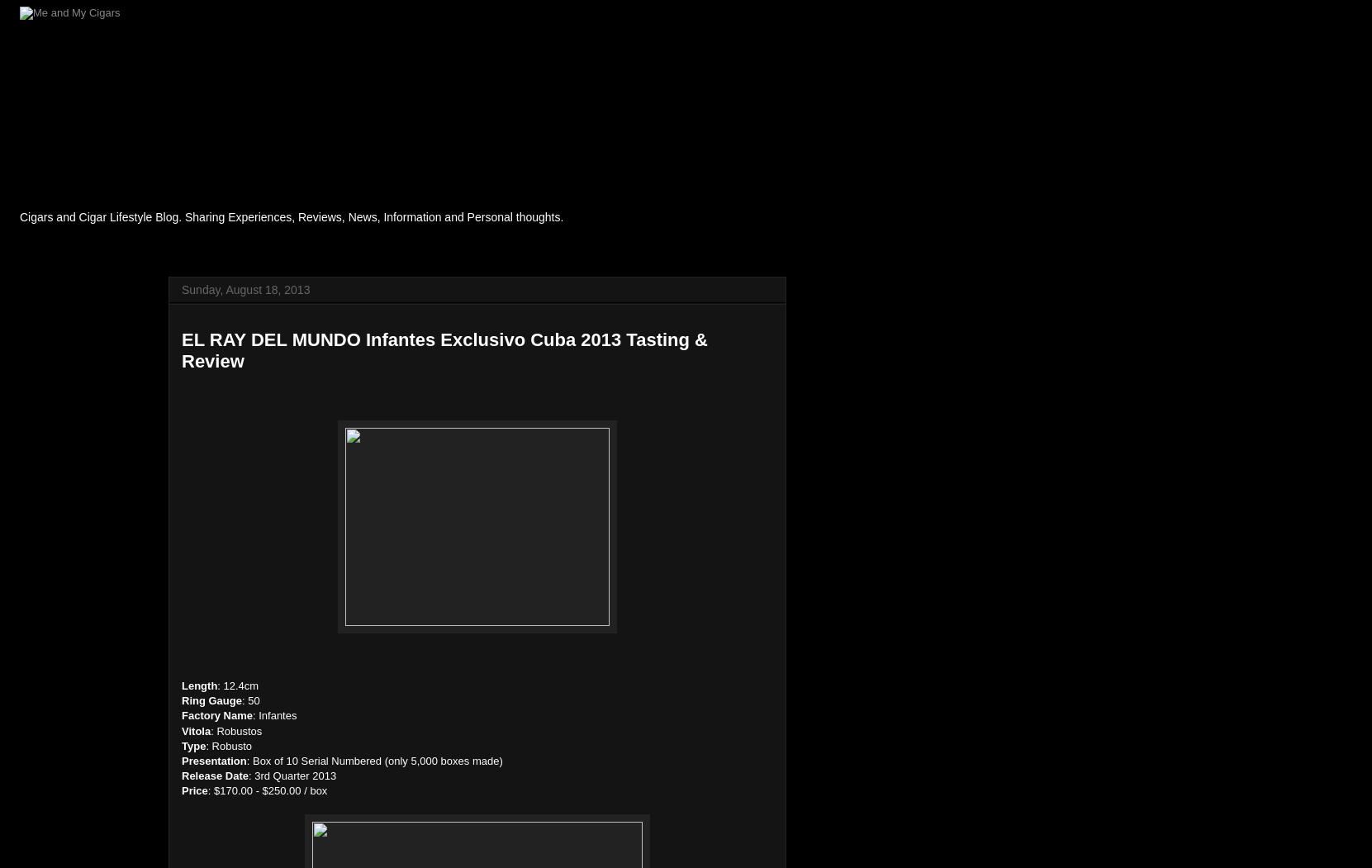 Image resolution: width=1372 pixels, height=868 pixels. Describe the element at coordinates (192, 745) in the screenshot. I see `'Type'` at that location.